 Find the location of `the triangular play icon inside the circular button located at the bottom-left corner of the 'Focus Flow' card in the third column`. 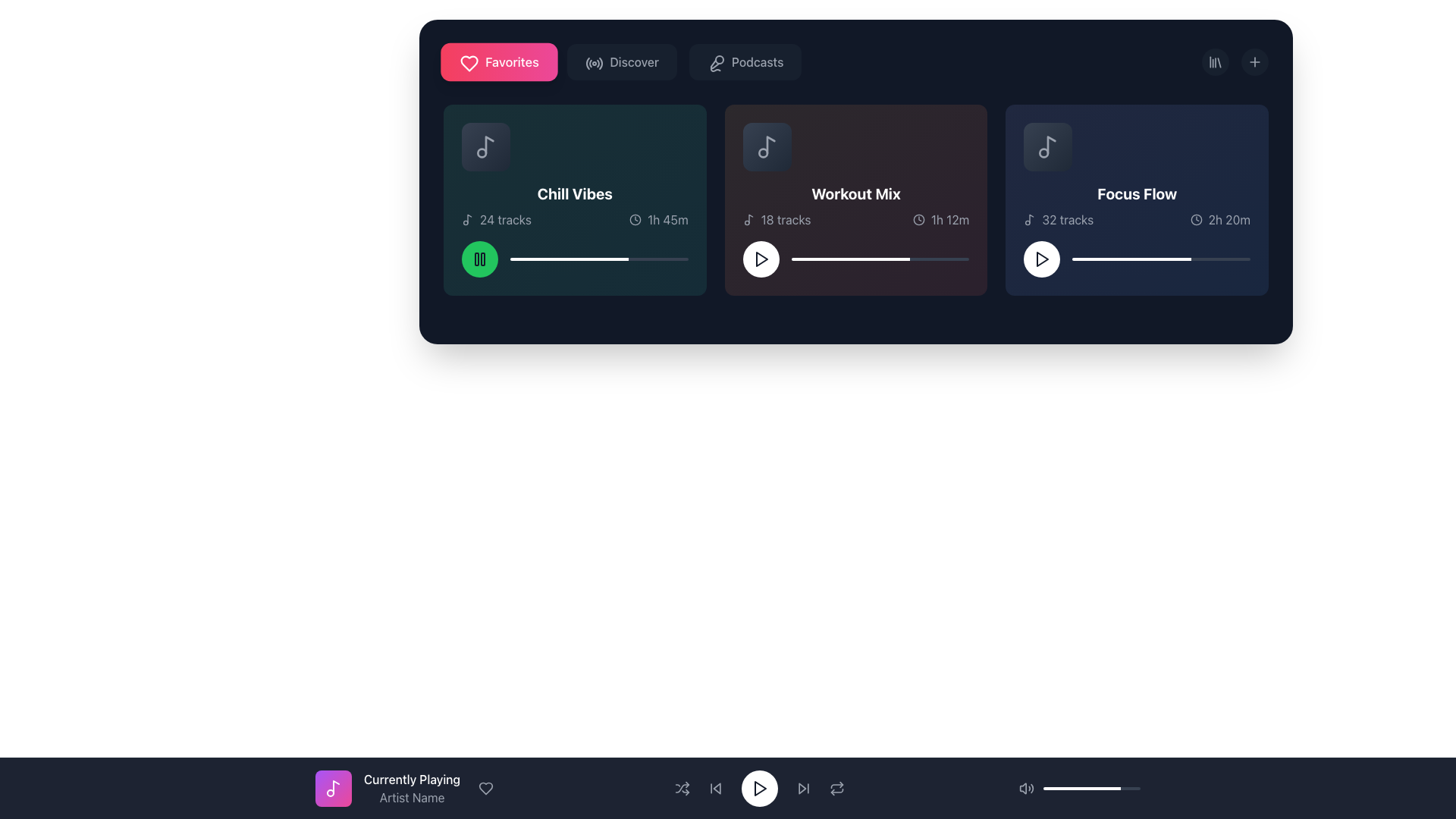

the triangular play icon inside the circular button located at the bottom-left corner of the 'Focus Flow' card in the third column is located at coordinates (1041, 259).